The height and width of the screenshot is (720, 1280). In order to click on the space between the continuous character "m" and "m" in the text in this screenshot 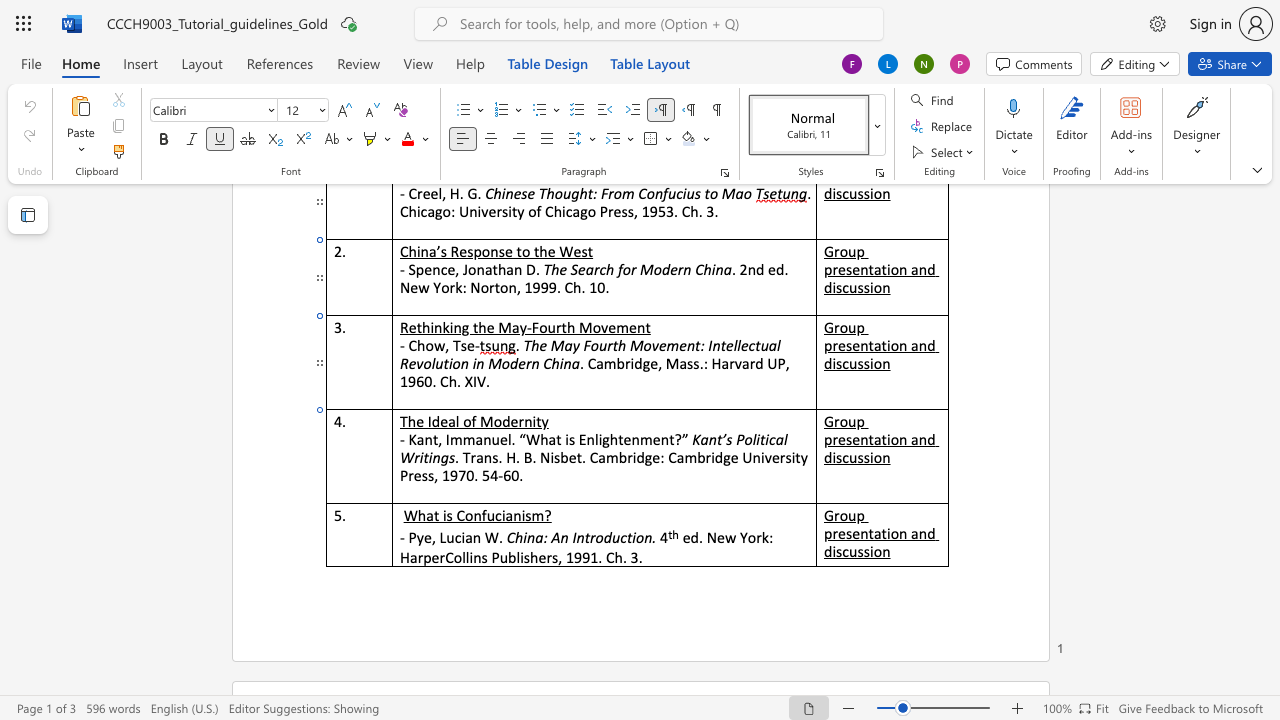, I will do `click(461, 438)`.